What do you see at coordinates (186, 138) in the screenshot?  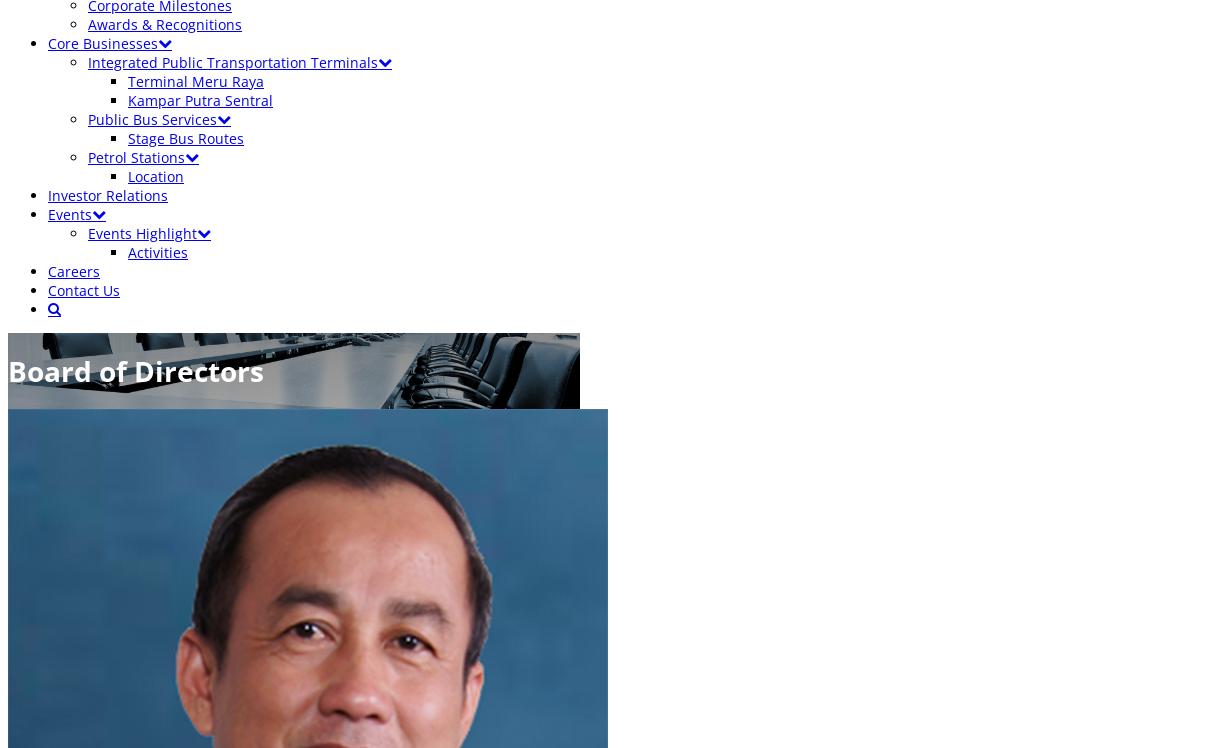 I see `'Stage Bus Routes'` at bounding box center [186, 138].